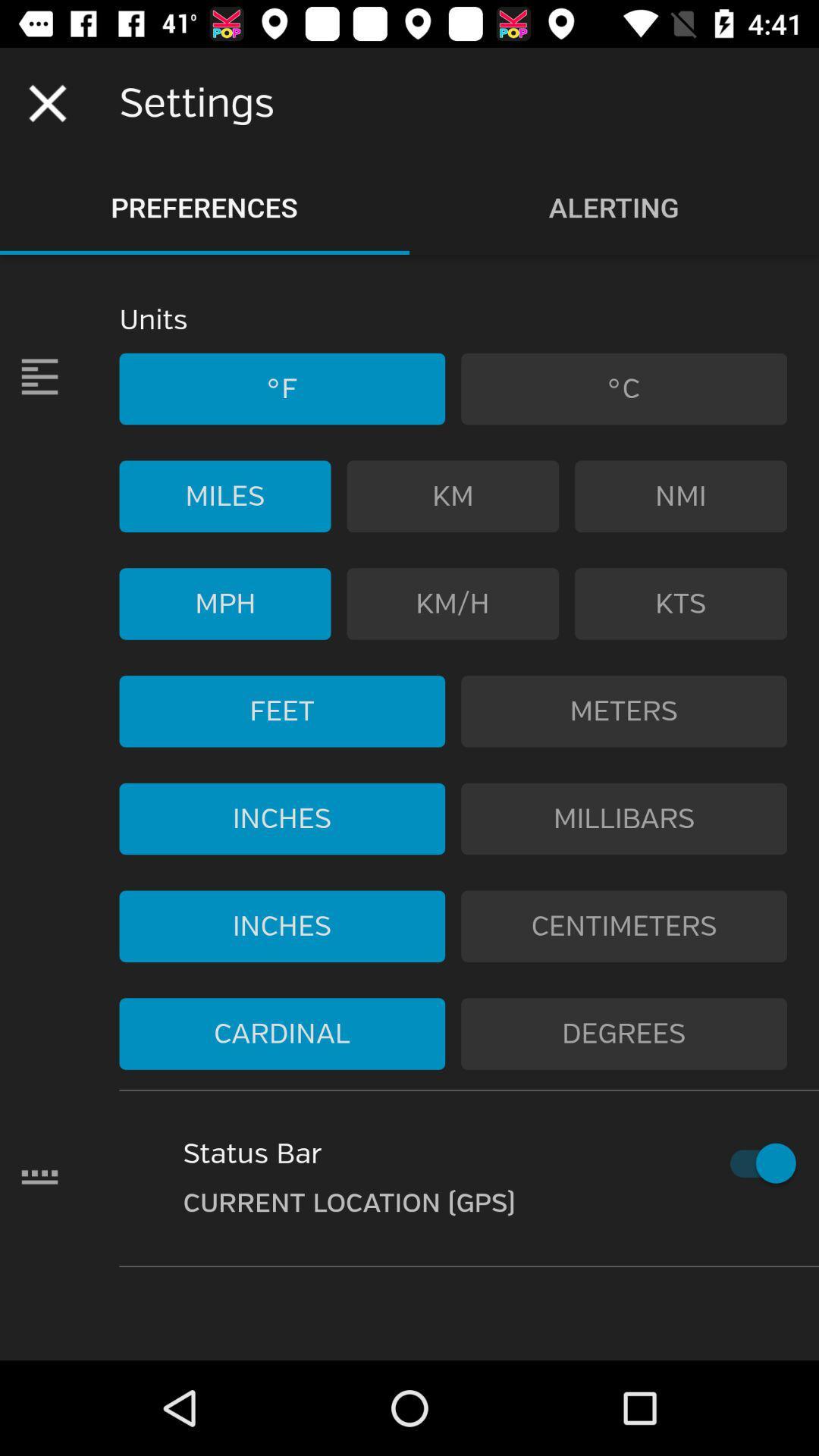 The image size is (819, 1456). What do you see at coordinates (680, 496) in the screenshot?
I see `the item next to the km item` at bounding box center [680, 496].